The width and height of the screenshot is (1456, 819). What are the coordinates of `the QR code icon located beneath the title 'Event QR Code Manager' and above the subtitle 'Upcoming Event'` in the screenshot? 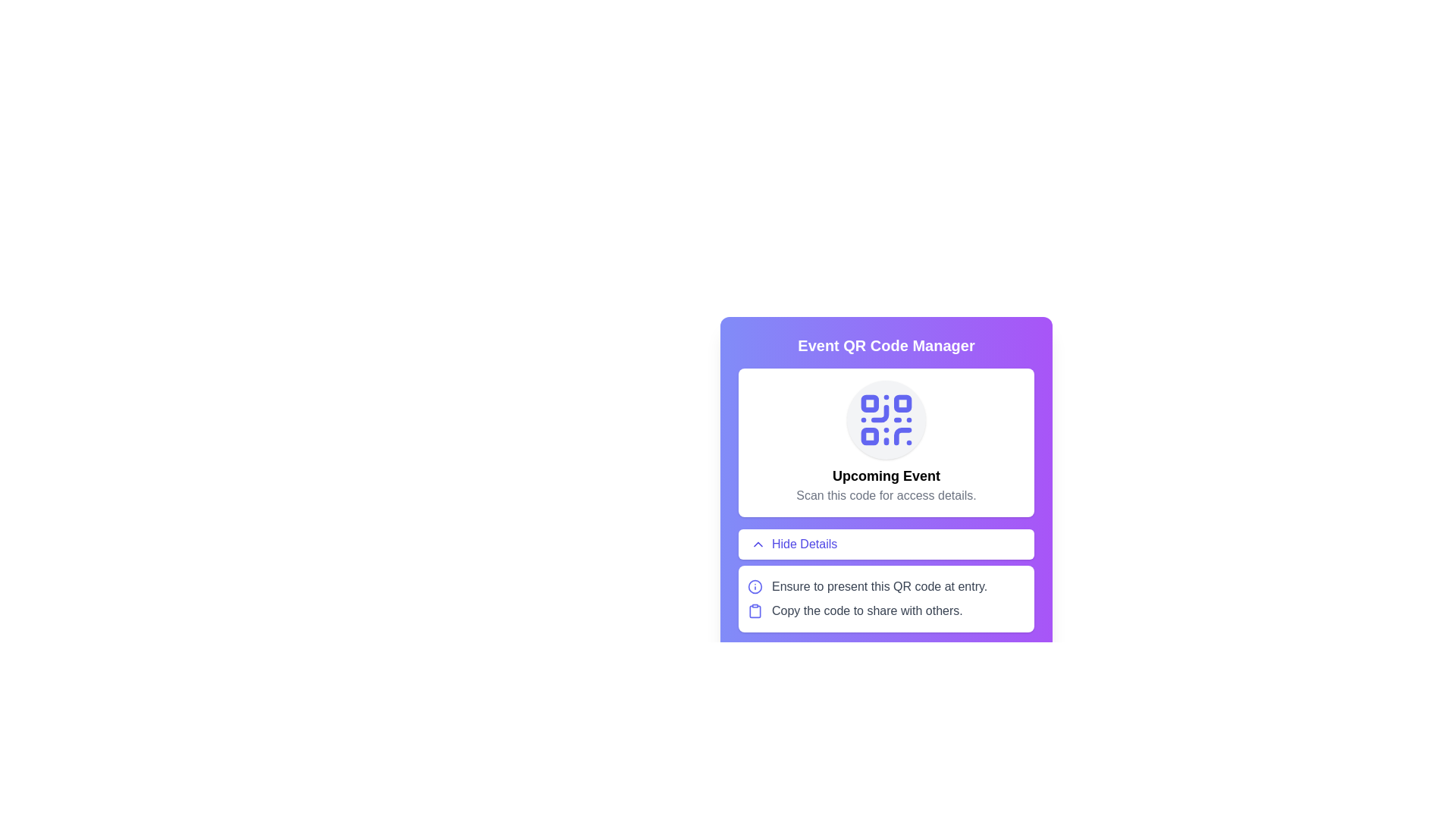 It's located at (886, 420).